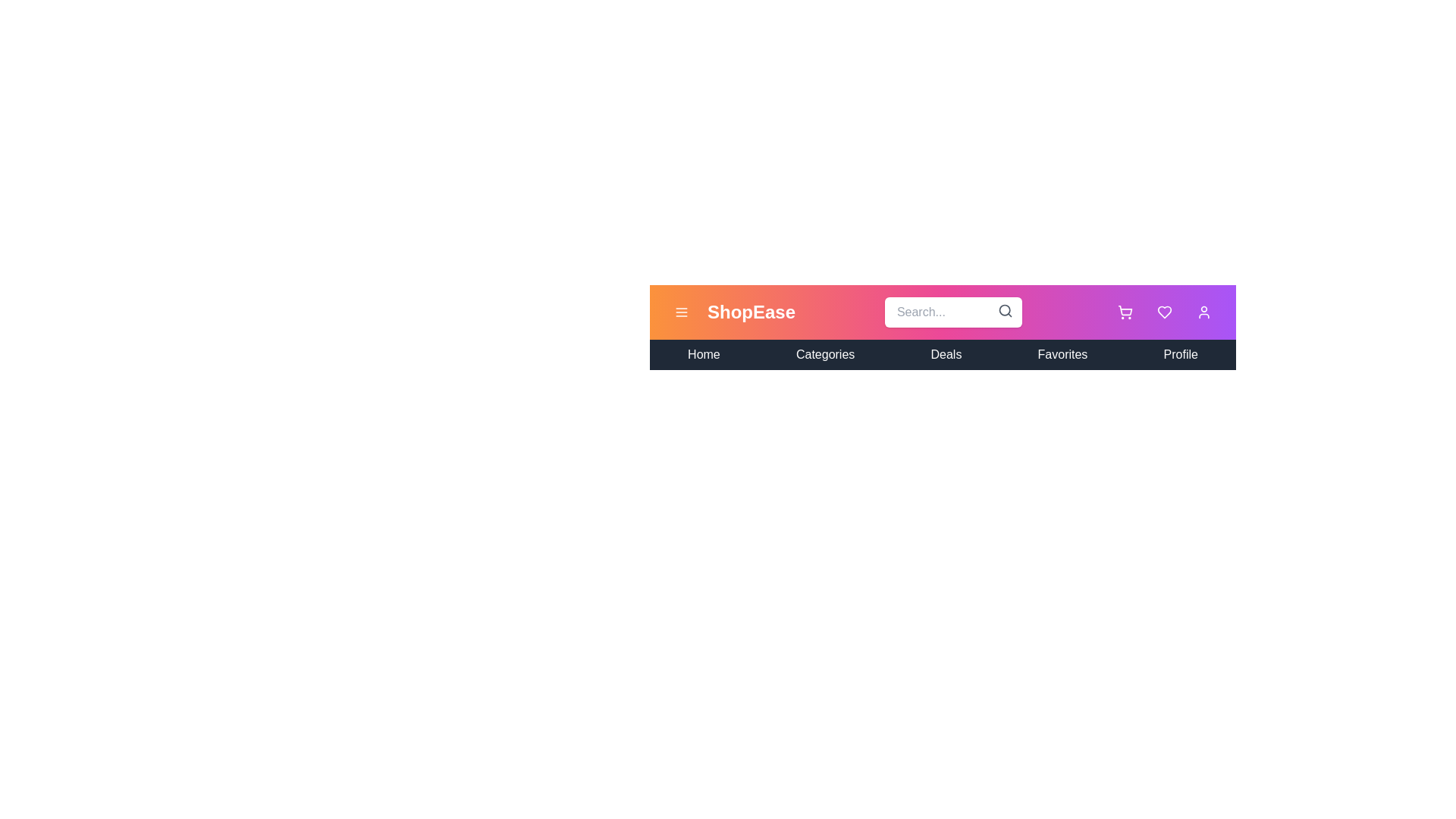 The height and width of the screenshot is (819, 1456). What do you see at coordinates (1203, 312) in the screenshot?
I see `the user profile icon to access the user profile menu` at bounding box center [1203, 312].